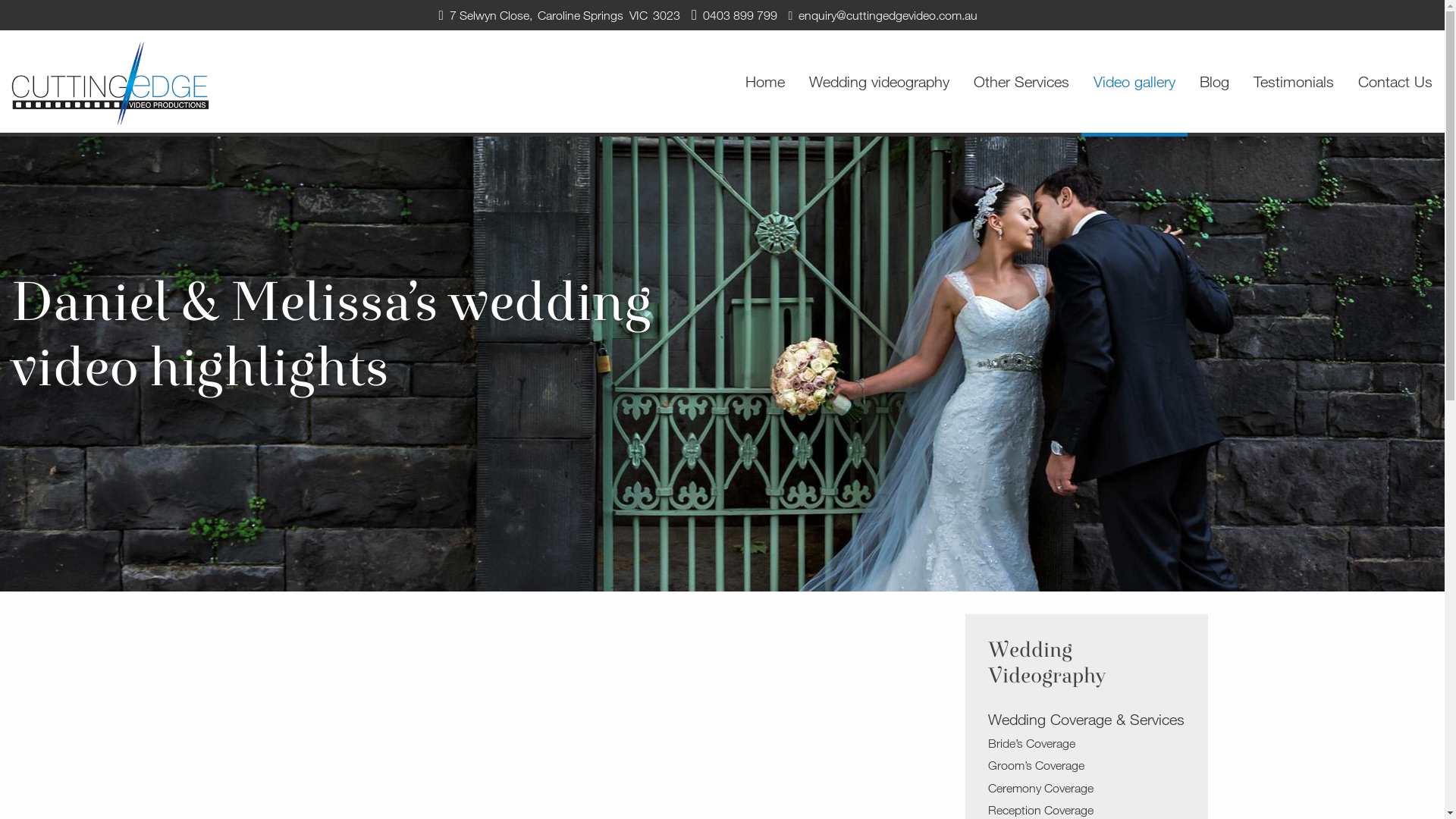  What do you see at coordinates (879, 83) in the screenshot?
I see `'Wedding videography'` at bounding box center [879, 83].